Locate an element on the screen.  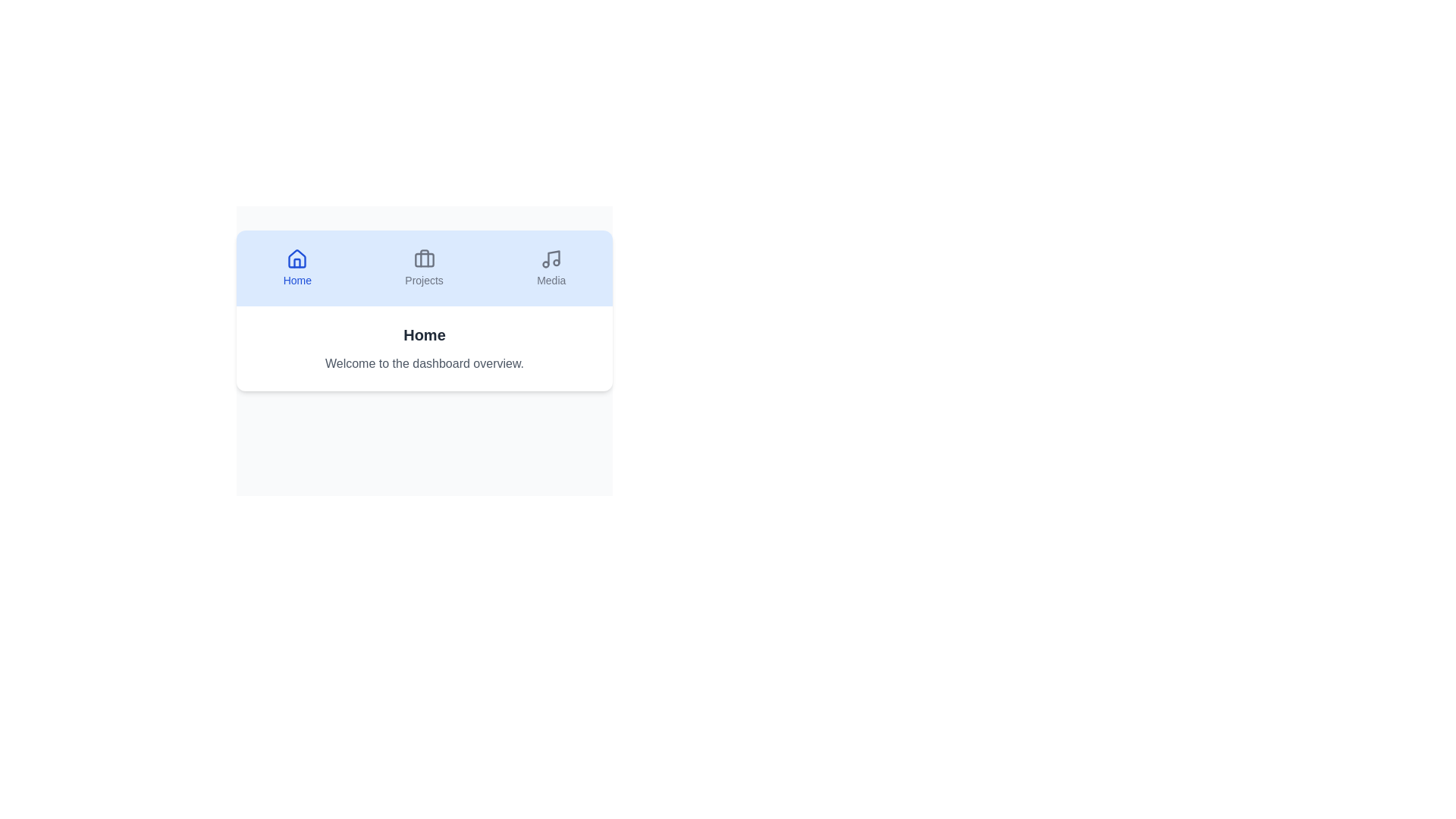
the Home tab is located at coordinates (297, 268).